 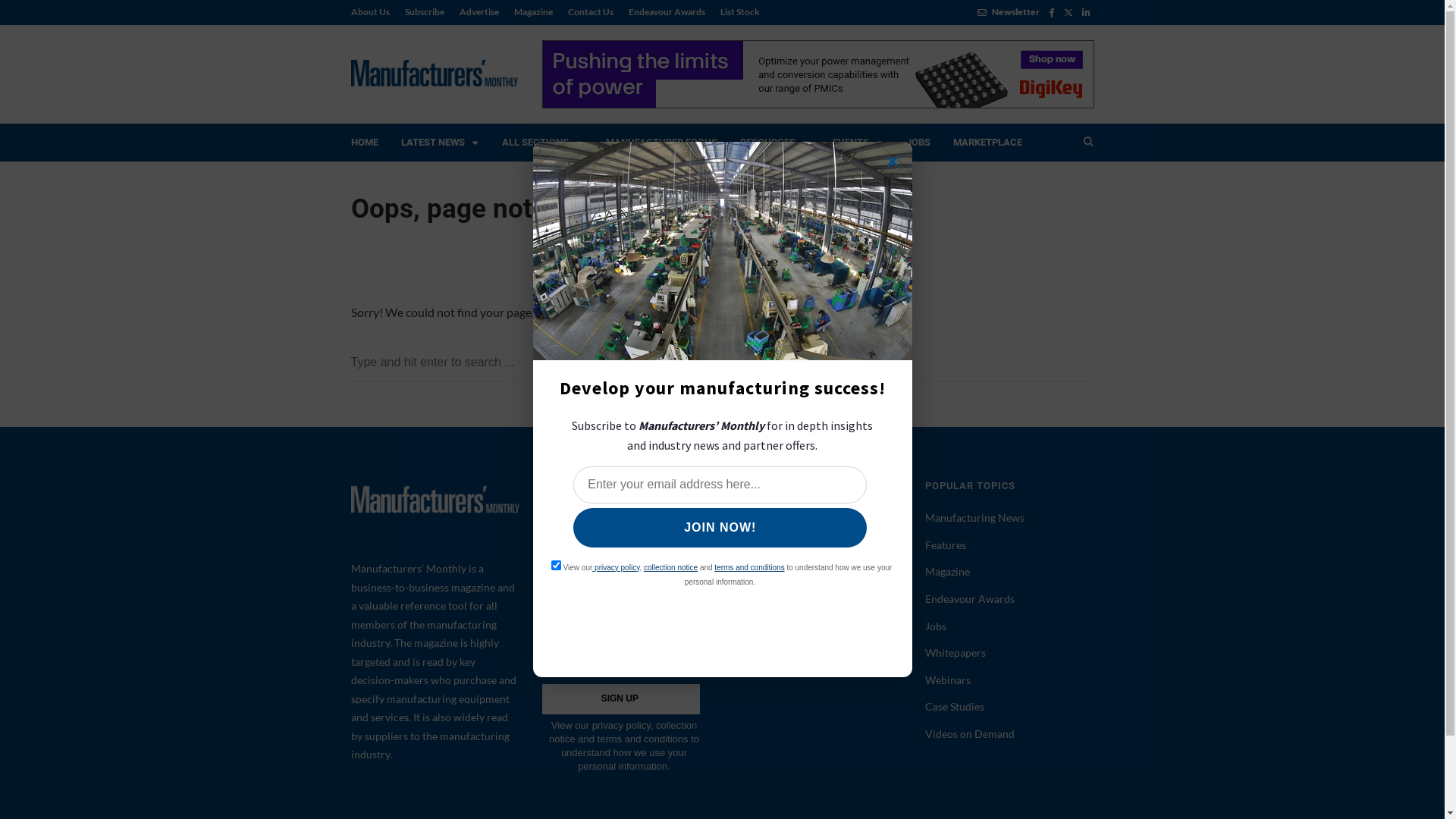 What do you see at coordinates (593, 143) in the screenshot?
I see `'MANUFACTURER FOCUS'` at bounding box center [593, 143].